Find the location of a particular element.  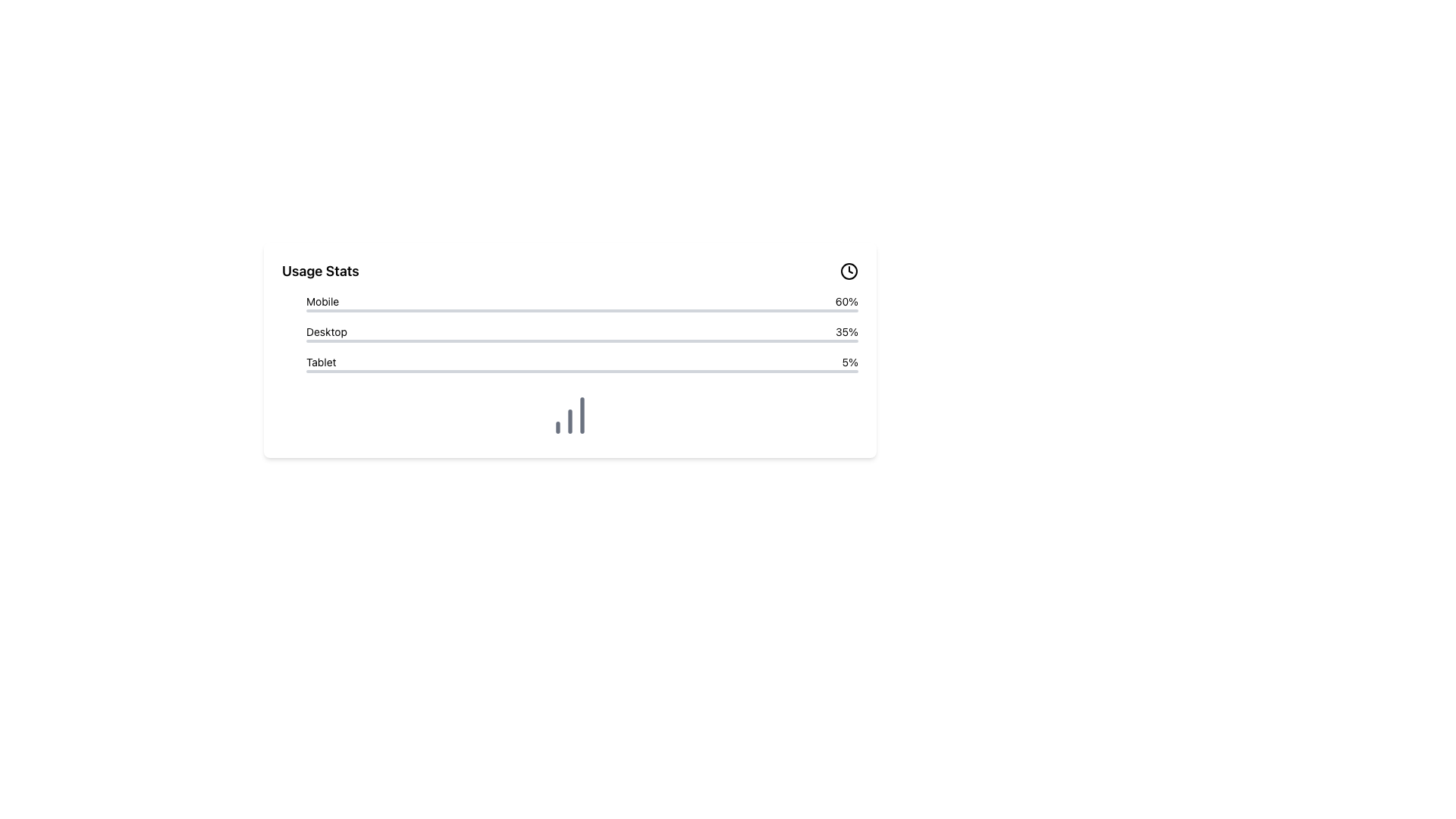

percentage value displayed in the text label that shows '35%' in black text on a white background, aligned to the right of the text 'Desktop' is located at coordinates (846, 331).